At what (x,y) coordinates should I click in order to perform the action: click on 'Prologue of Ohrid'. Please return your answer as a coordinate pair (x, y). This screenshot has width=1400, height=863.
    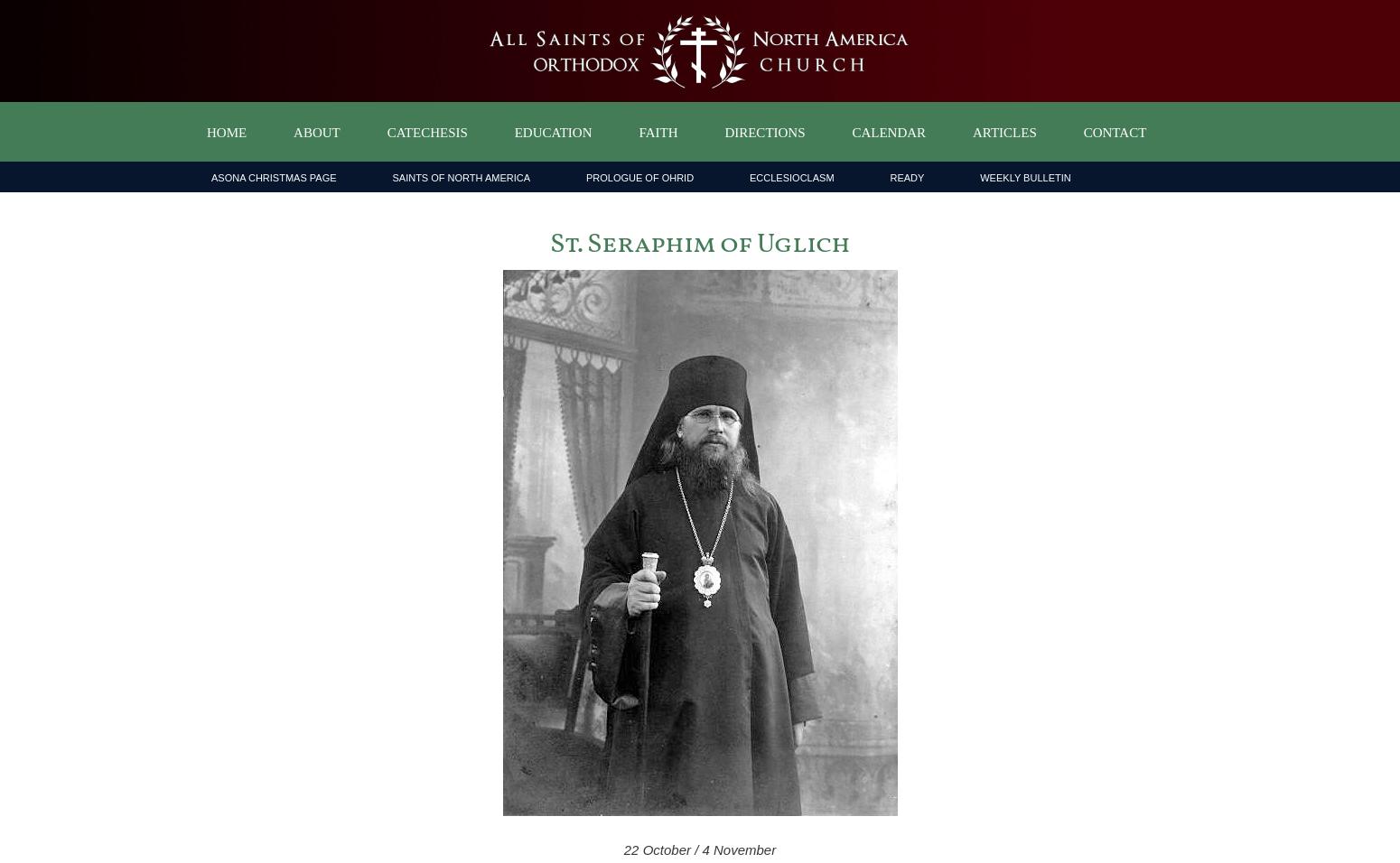
    Looking at the image, I should click on (639, 178).